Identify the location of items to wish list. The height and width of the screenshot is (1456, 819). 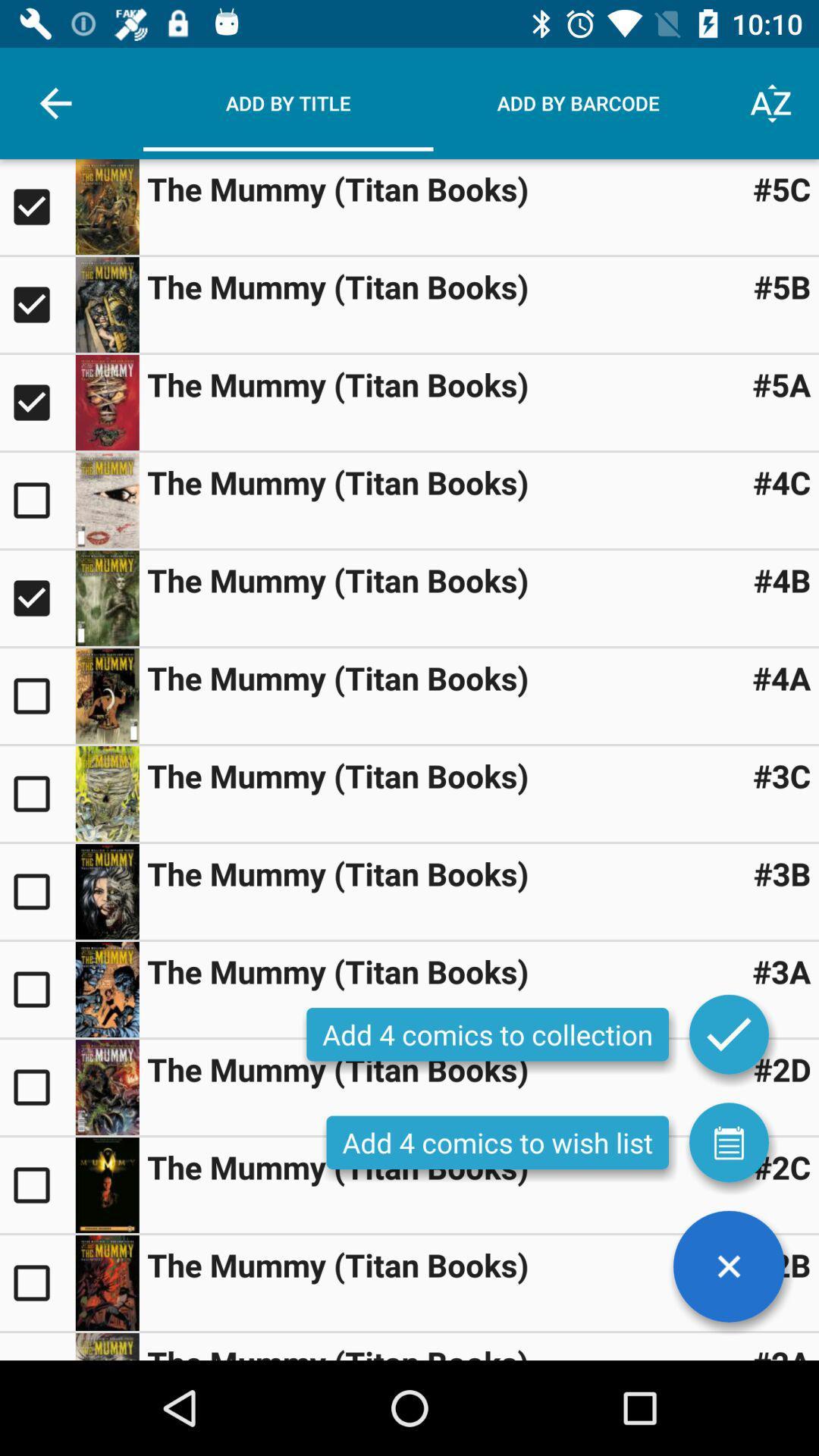
(728, 1142).